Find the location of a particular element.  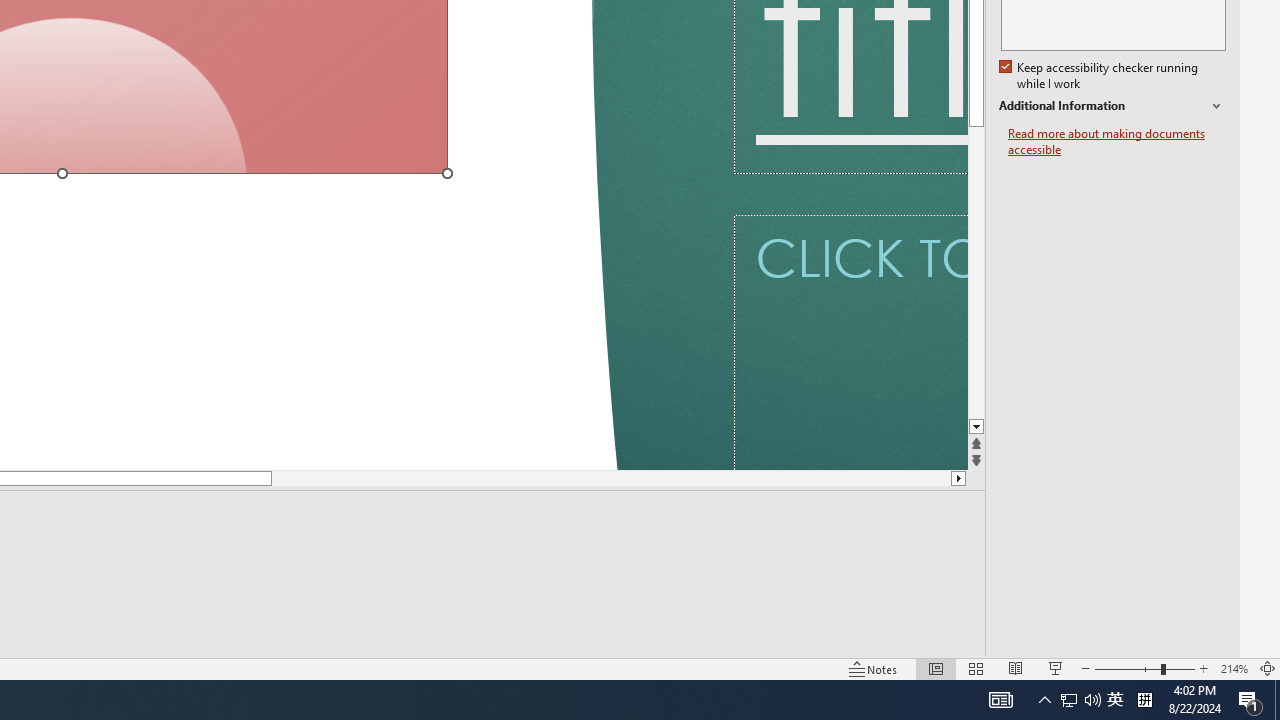

'Read more about making documents accessible' is located at coordinates (1116, 141).